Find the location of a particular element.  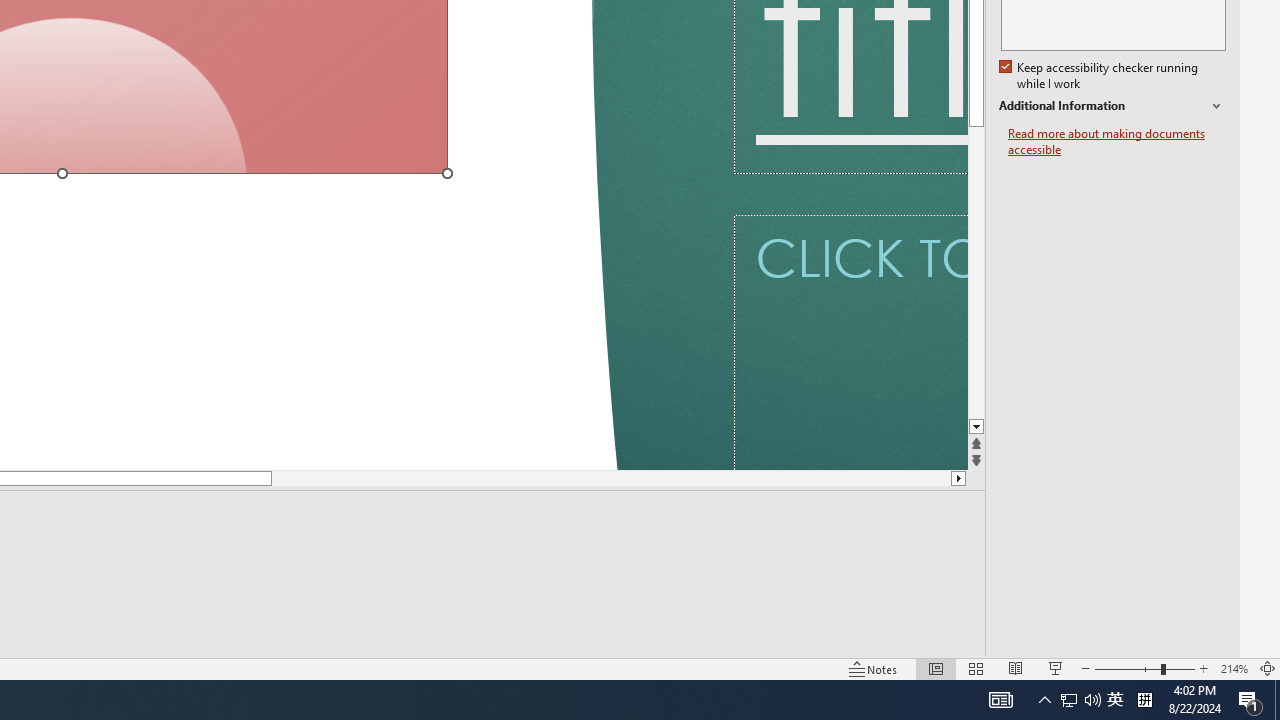

'Read more about making documents accessible' is located at coordinates (1116, 141).